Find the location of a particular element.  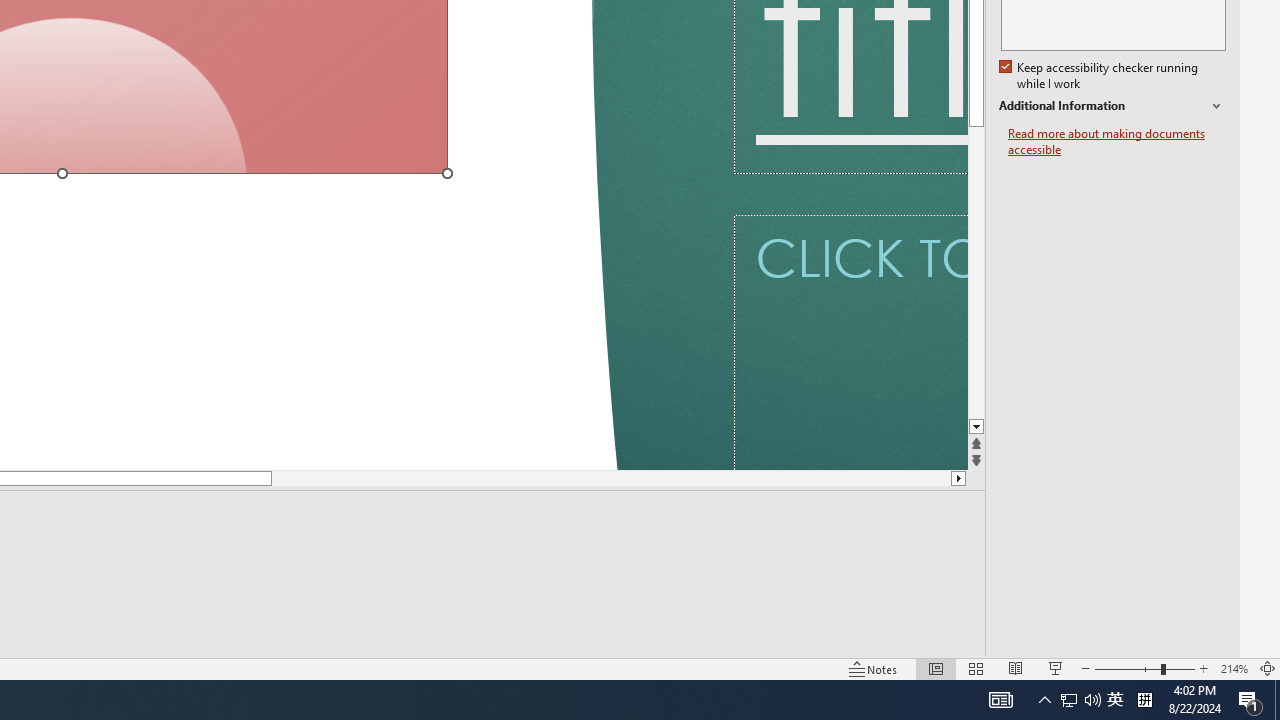

'Read more about making documents accessible' is located at coordinates (1116, 141).